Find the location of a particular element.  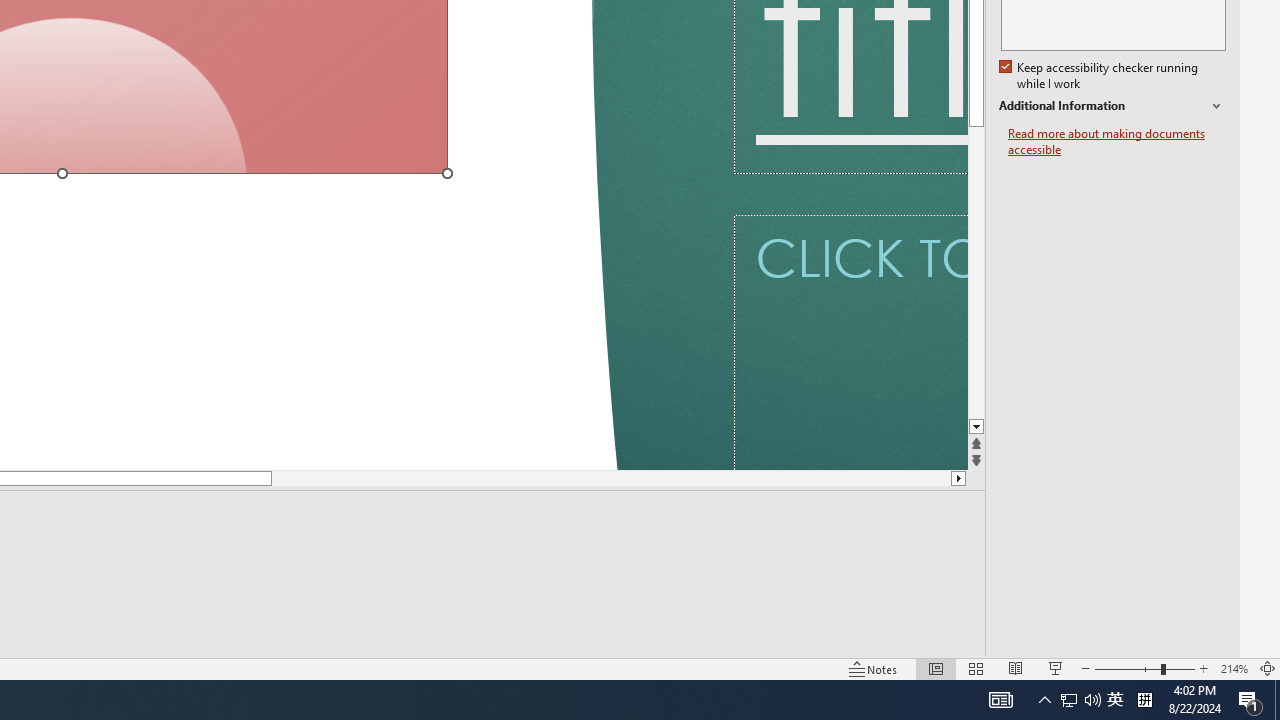

'Read more about making documents accessible' is located at coordinates (1116, 141).